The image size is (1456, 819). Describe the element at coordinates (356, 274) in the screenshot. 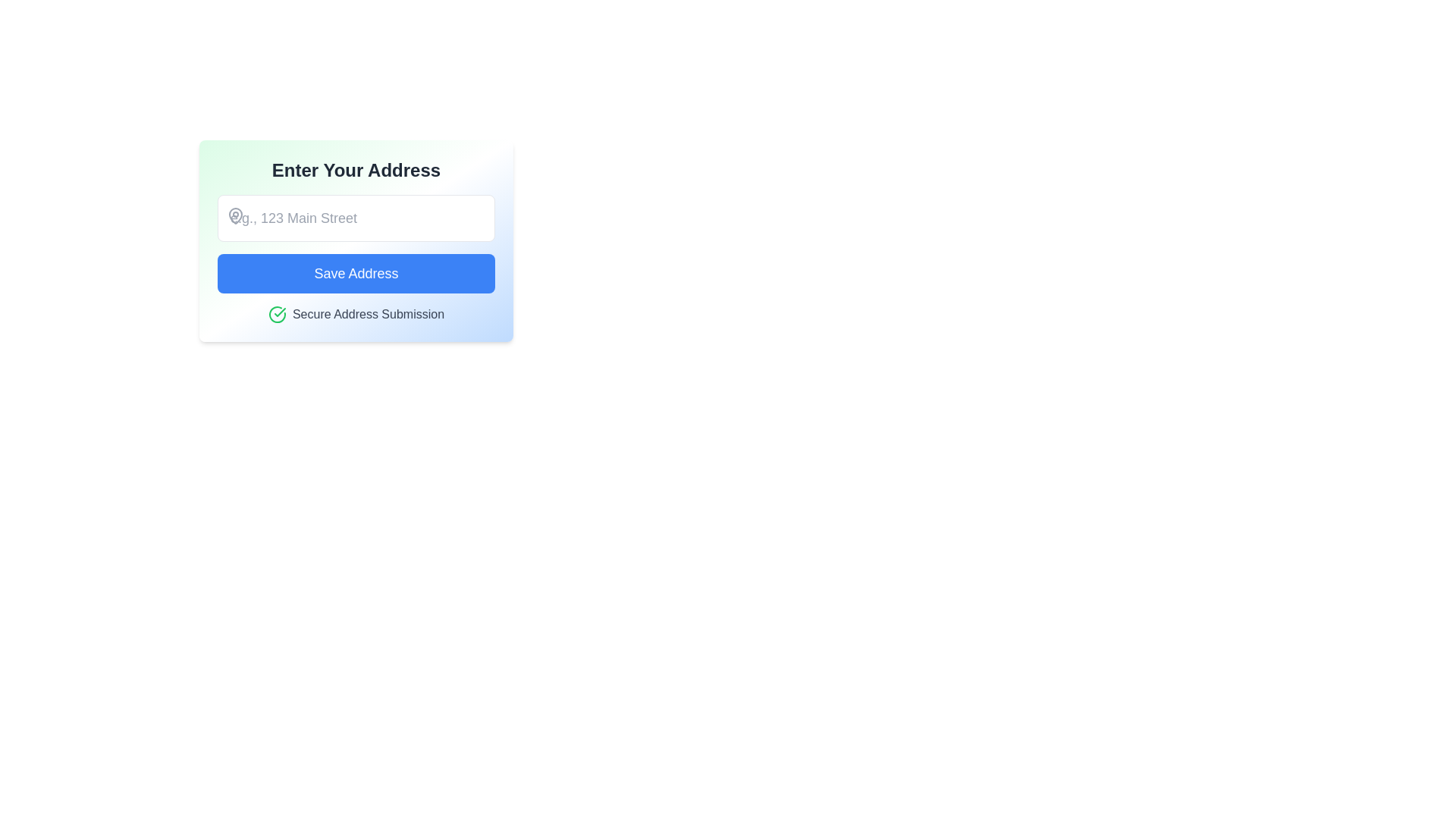

I see `the 'Save Address' button, which is a rectangular button with a blue background and white text` at that location.